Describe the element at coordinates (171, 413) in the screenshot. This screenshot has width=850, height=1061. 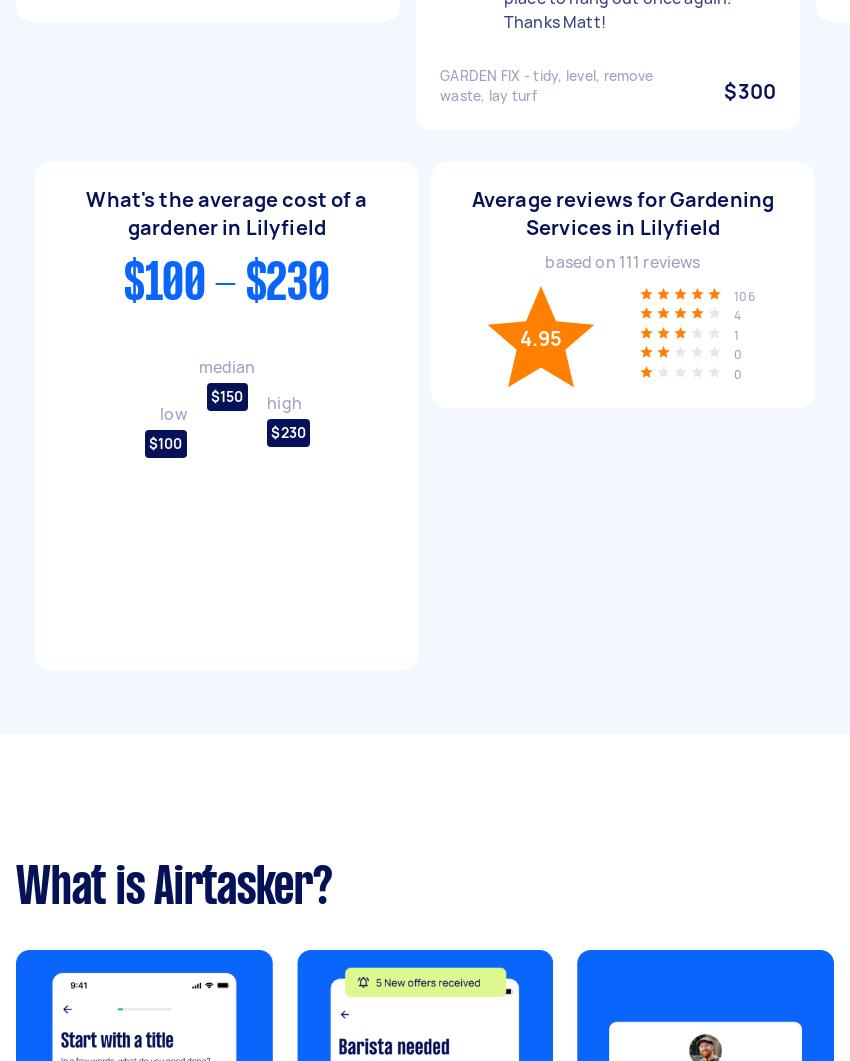
I see `'low'` at that location.